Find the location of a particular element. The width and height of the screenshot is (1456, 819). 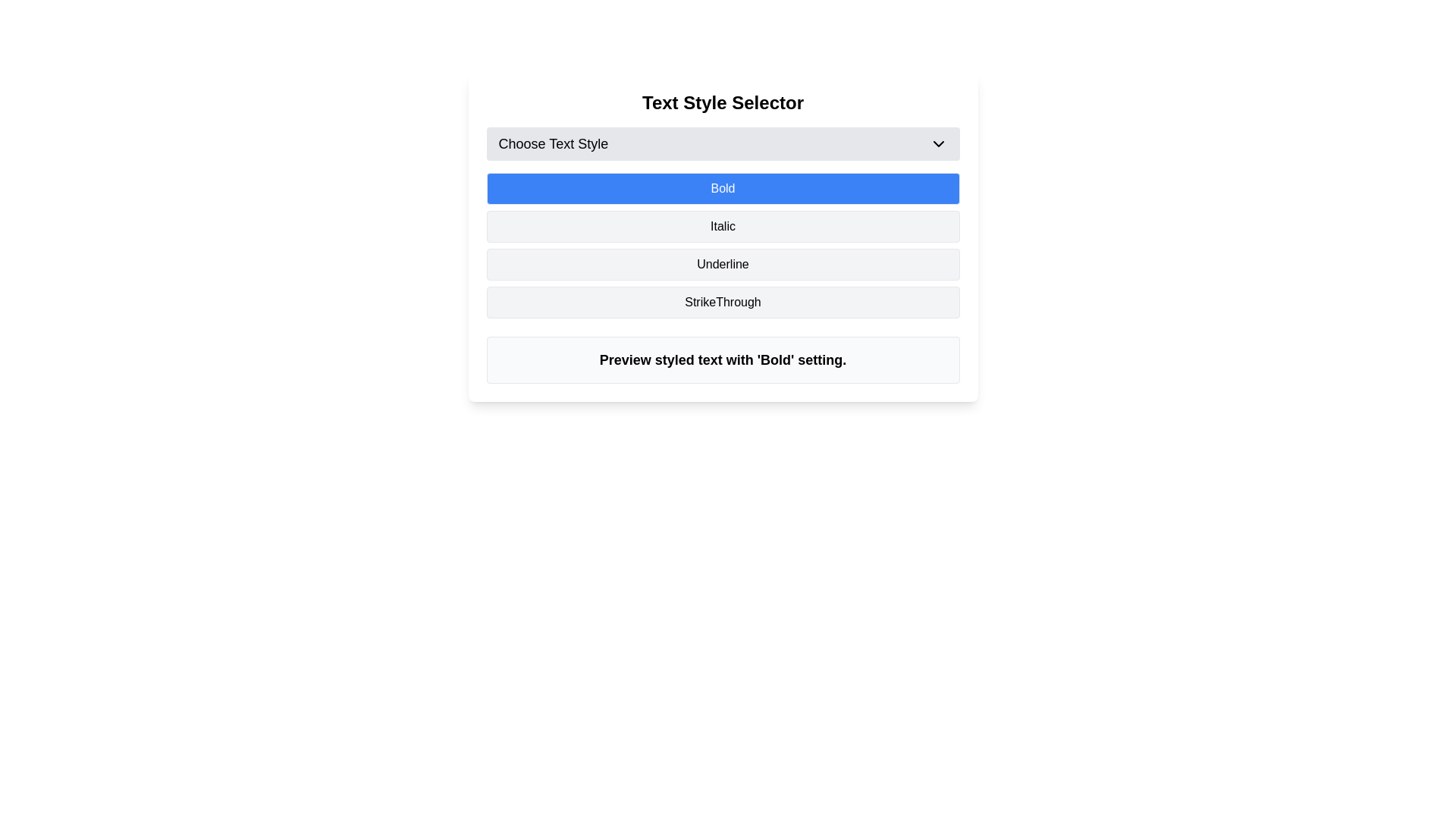

the chevron icon located to the right of the text 'Choose Text Style' is located at coordinates (937, 143).